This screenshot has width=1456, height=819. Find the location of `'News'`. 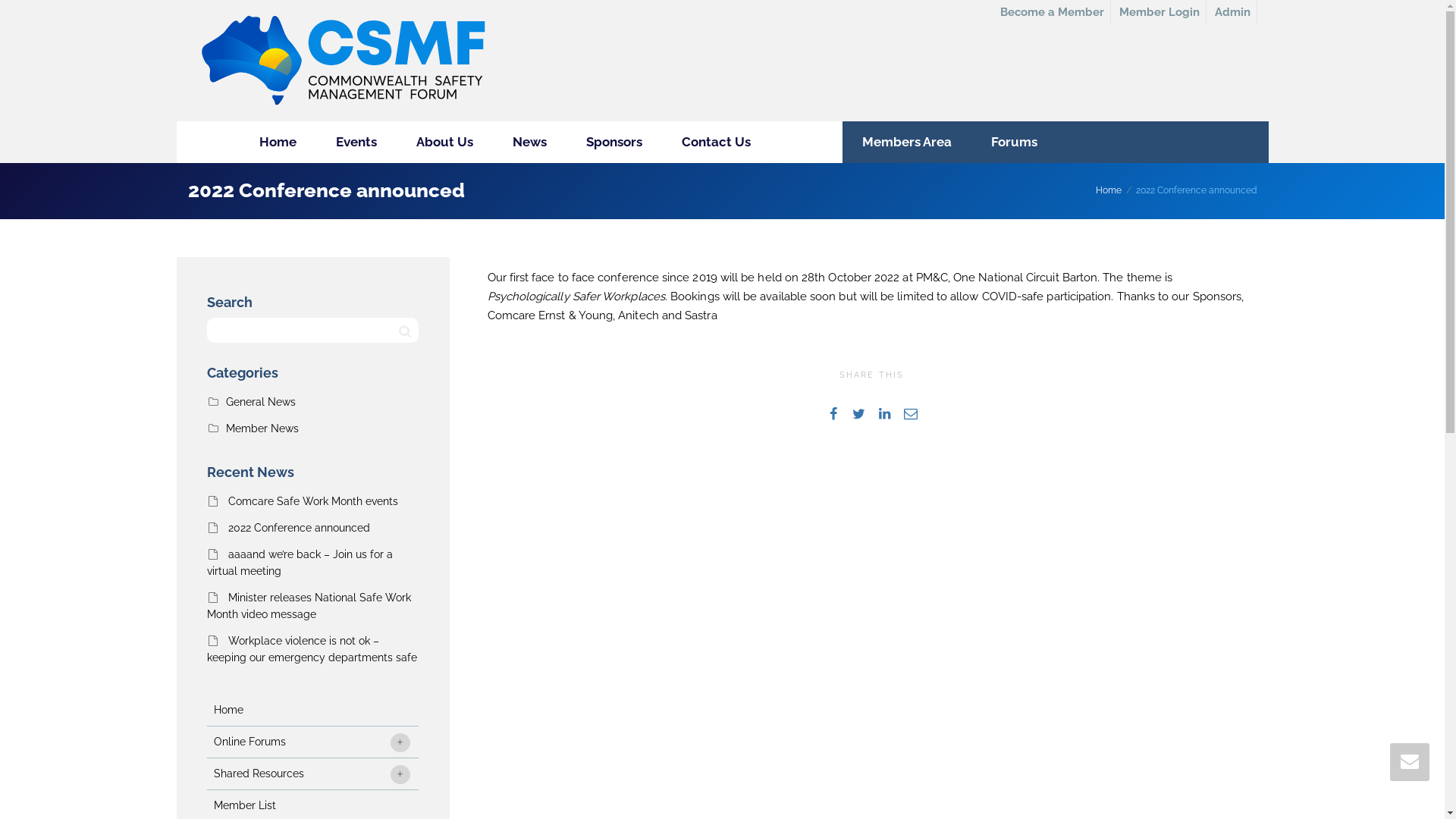

'News' is located at coordinates (529, 142).